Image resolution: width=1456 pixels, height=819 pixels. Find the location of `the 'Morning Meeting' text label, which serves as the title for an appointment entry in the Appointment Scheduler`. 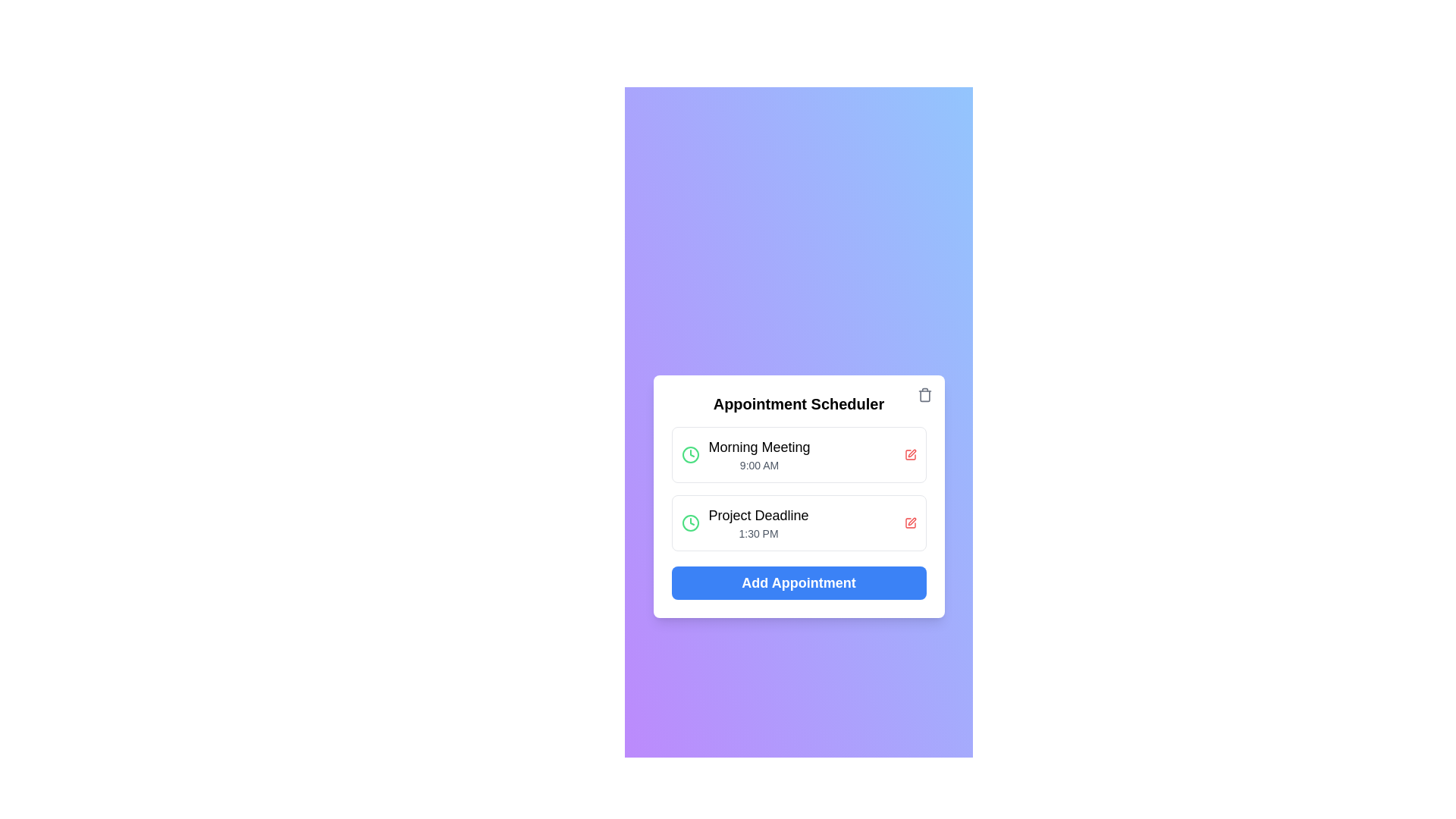

the 'Morning Meeting' text label, which serves as the title for an appointment entry in the Appointment Scheduler is located at coordinates (759, 447).